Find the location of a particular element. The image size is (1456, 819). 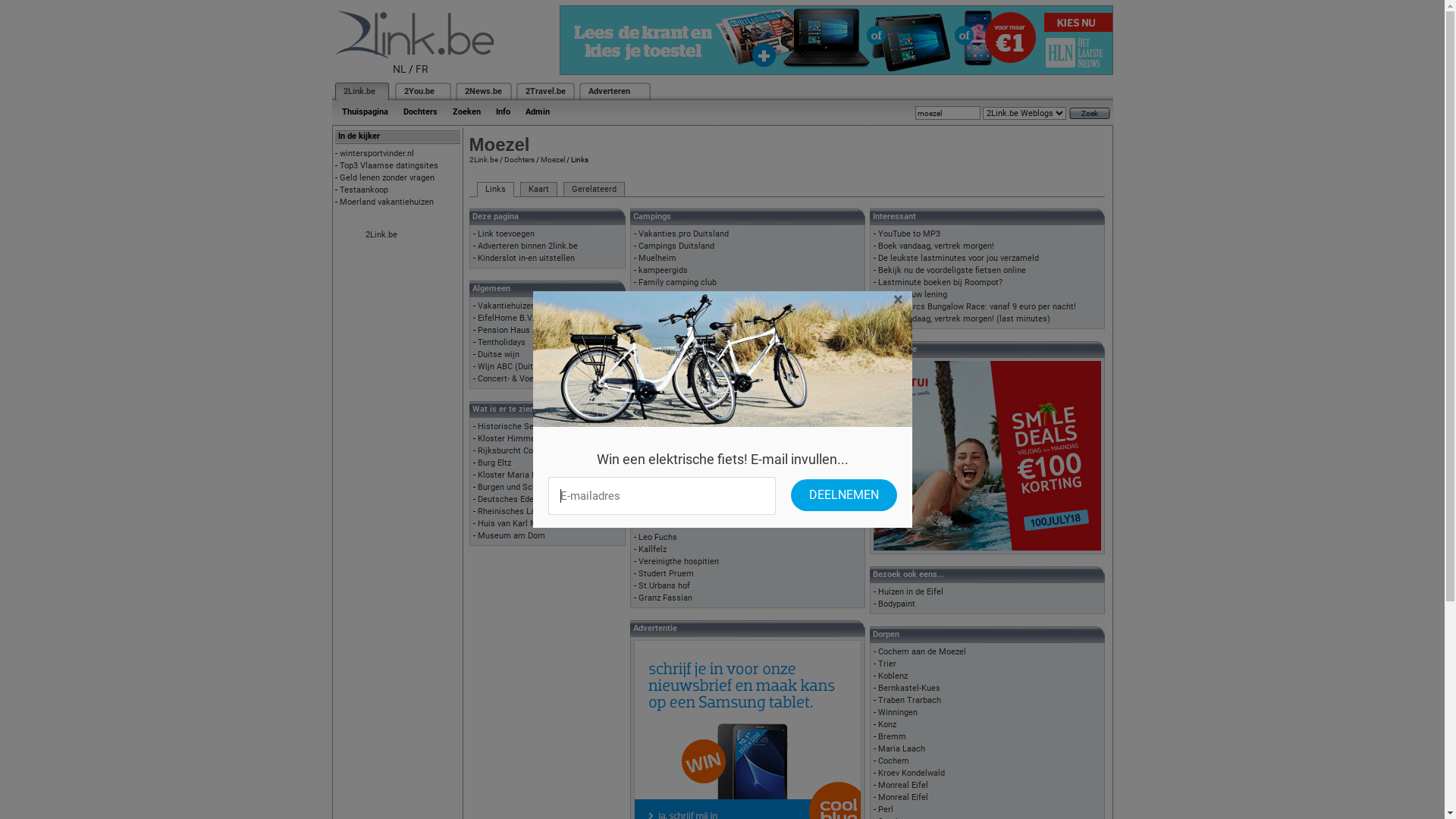

'Top3 Vlaamse datingsites' is located at coordinates (389, 165).